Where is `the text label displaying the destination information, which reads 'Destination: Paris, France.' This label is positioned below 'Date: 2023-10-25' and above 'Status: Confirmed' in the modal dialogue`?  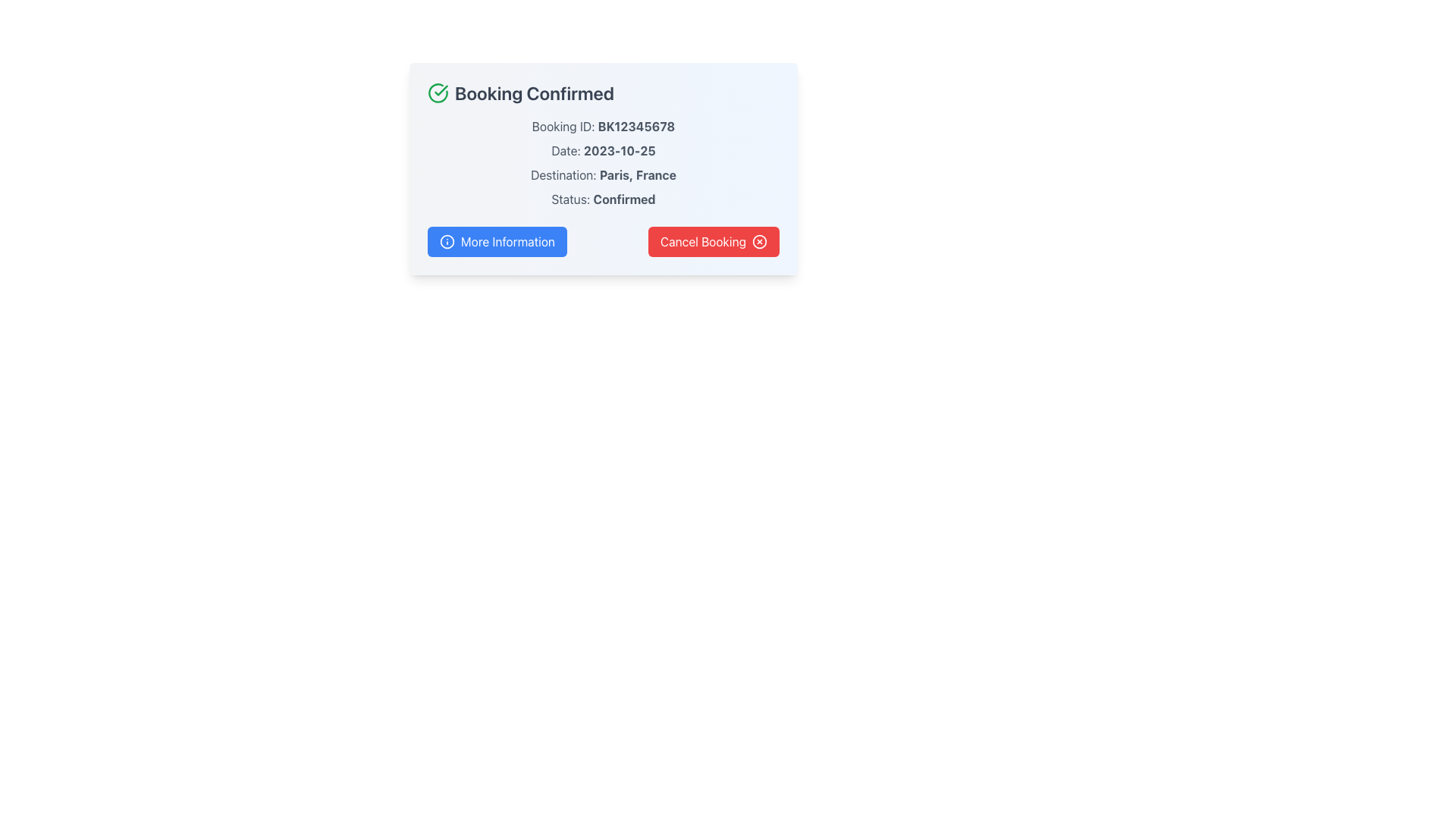 the text label displaying the destination information, which reads 'Destination: Paris, France.' This label is positioned below 'Date: 2023-10-25' and above 'Status: Confirmed' in the modal dialogue is located at coordinates (638, 174).